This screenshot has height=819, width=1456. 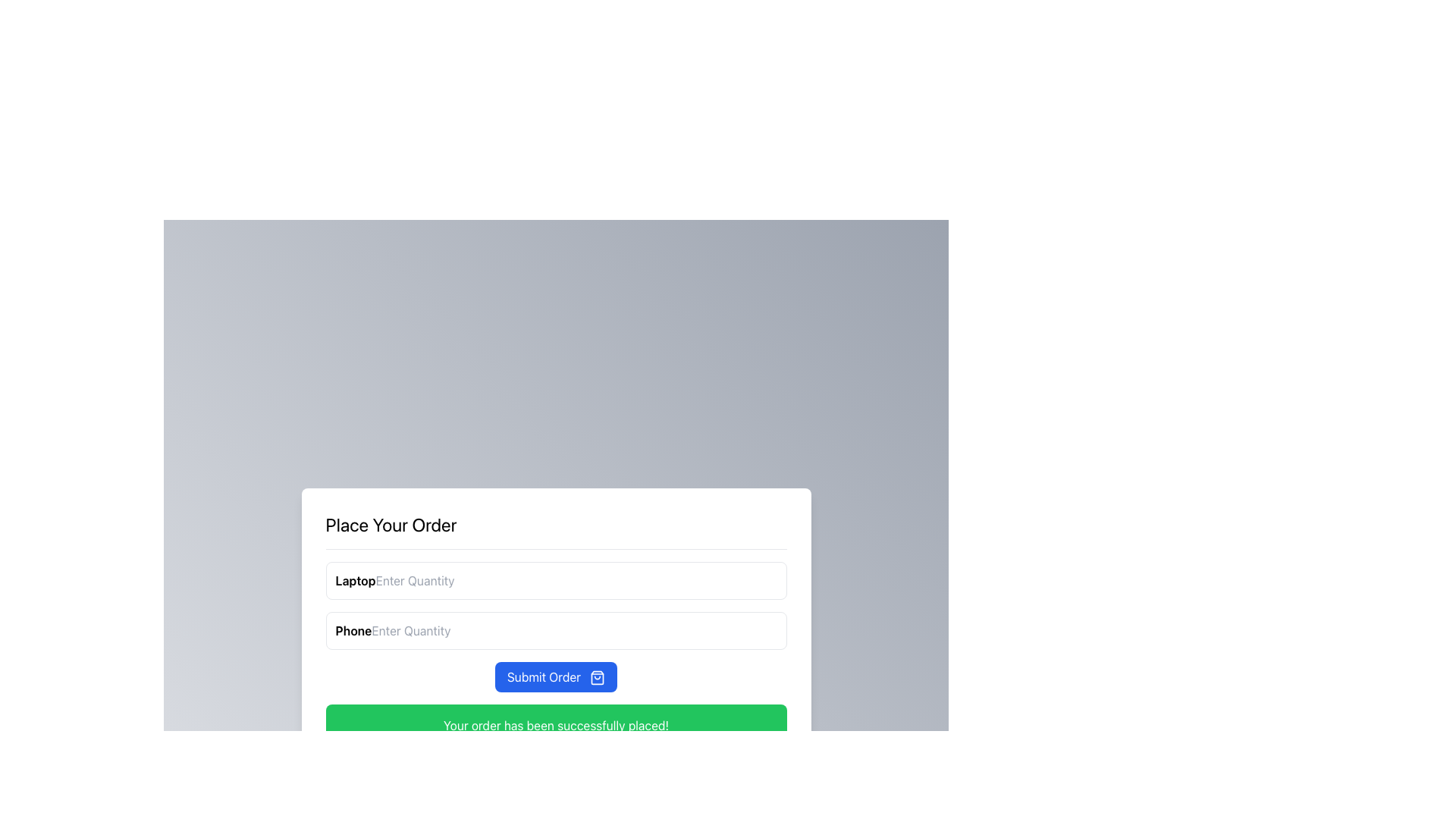 What do you see at coordinates (441, 580) in the screenshot?
I see `the text input field for specifying the quantity of the item labeled 'Laptop'` at bounding box center [441, 580].